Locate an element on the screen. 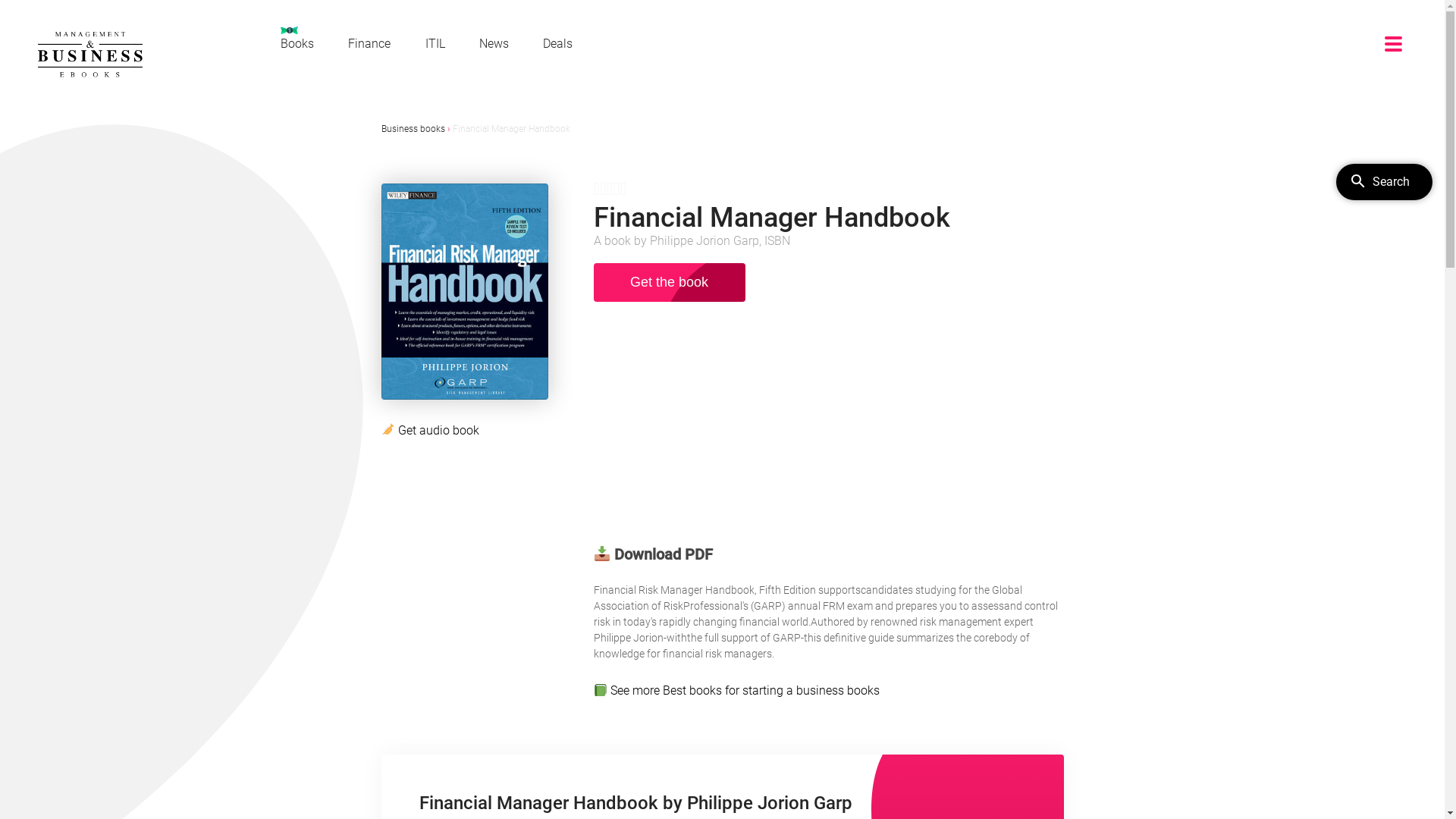 This screenshot has width=1456, height=819. 'Best books for starting a business books' is located at coordinates (771, 690).